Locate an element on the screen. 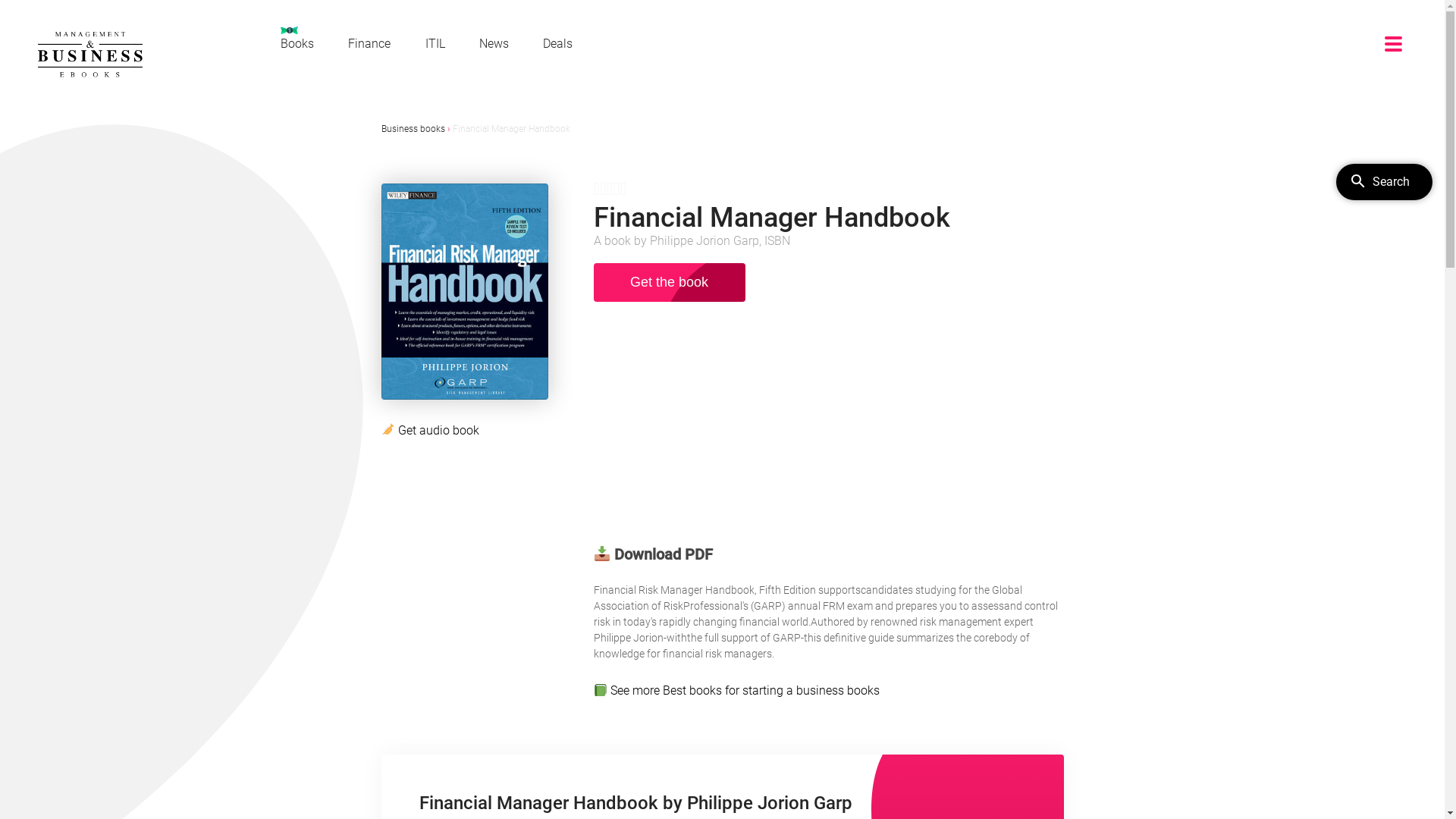 This screenshot has width=1456, height=819. 'Best books for starting a business books' is located at coordinates (771, 690).